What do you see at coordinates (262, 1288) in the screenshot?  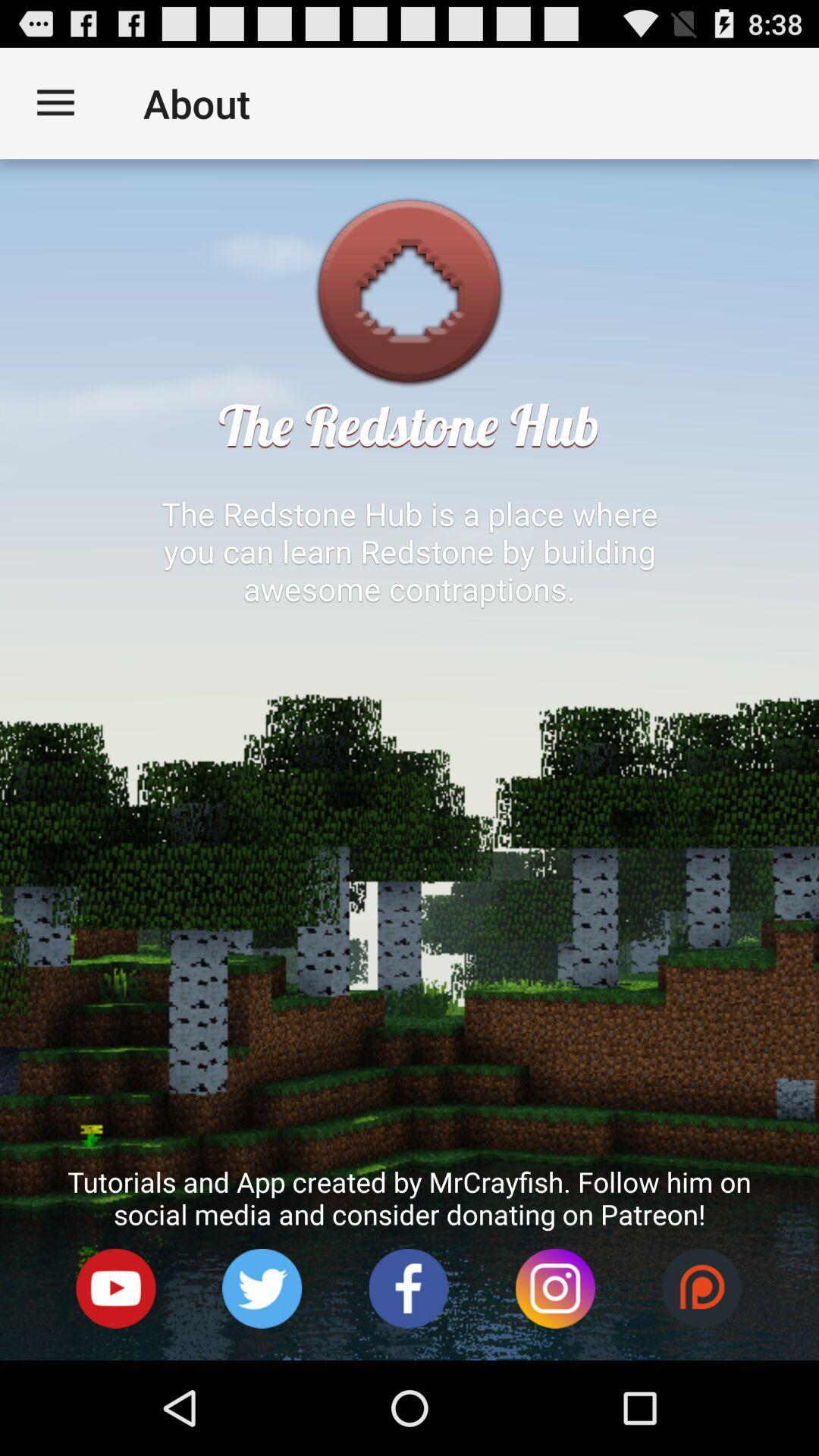 I see `icon below tutorials and app` at bounding box center [262, 1288].